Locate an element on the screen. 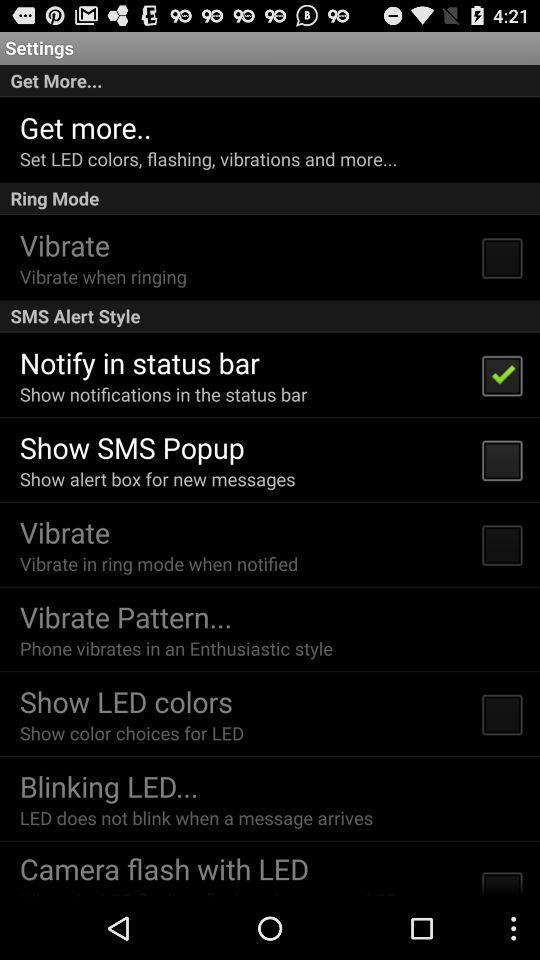 The image size is (540, 960). the app above the show sms popup item is located at coordinates (162, 393).